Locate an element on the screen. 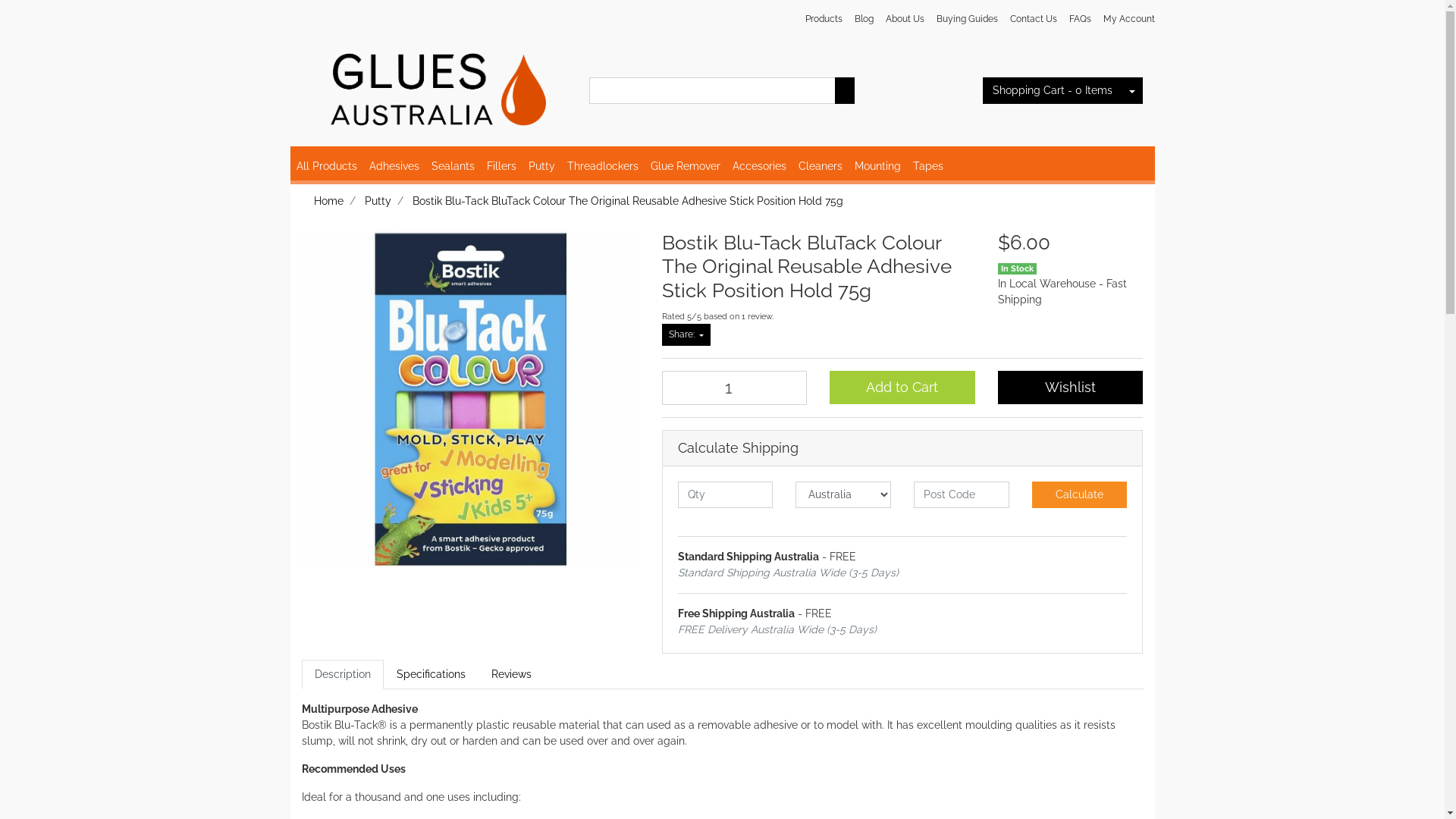 The image size is (1456, 819). 'Threadlockers' is located at coordinates (602, 166).